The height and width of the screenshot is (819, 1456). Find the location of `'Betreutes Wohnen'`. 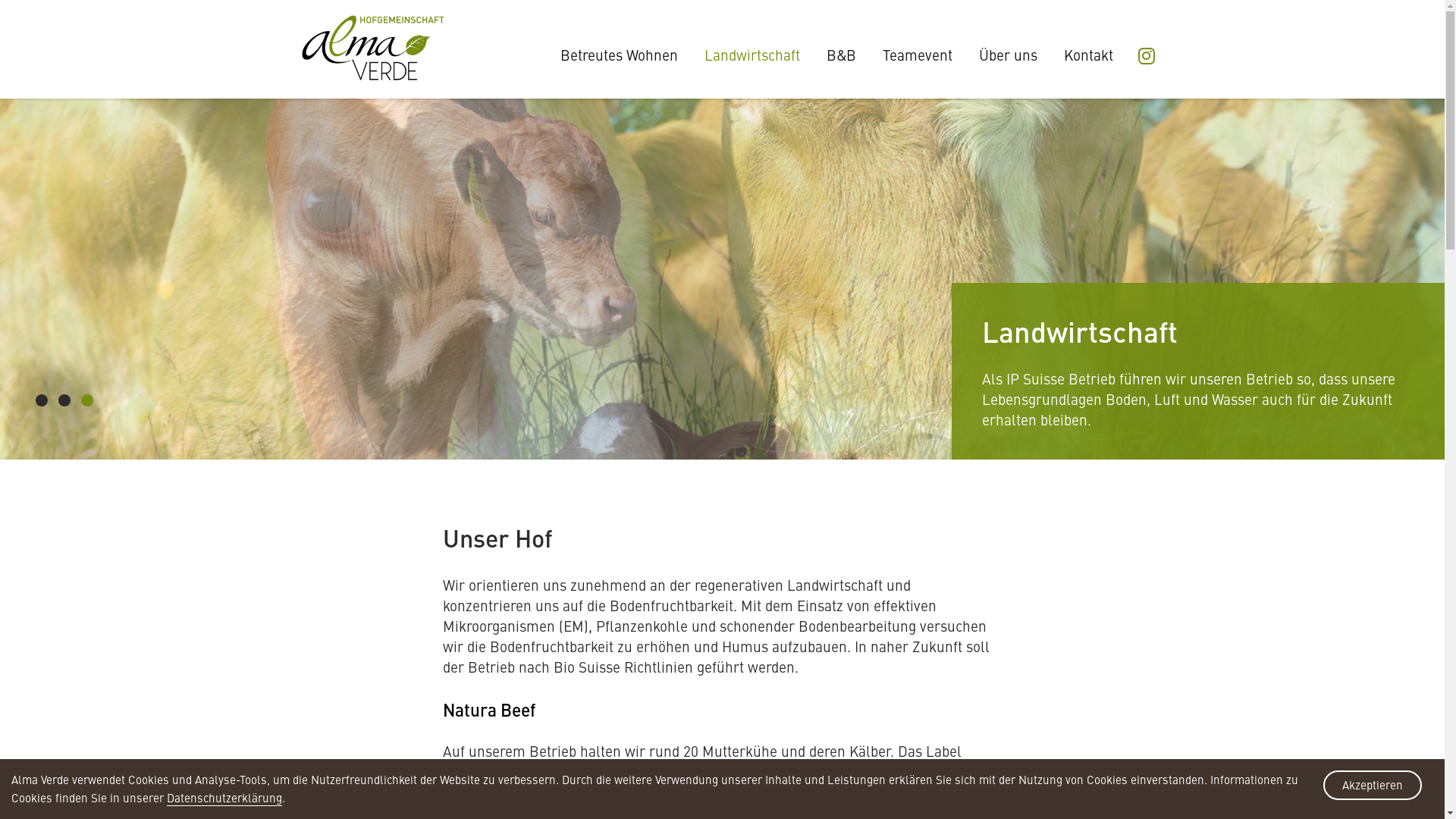

'Betreutes Wohnen' is located at coordinates (618, 54).